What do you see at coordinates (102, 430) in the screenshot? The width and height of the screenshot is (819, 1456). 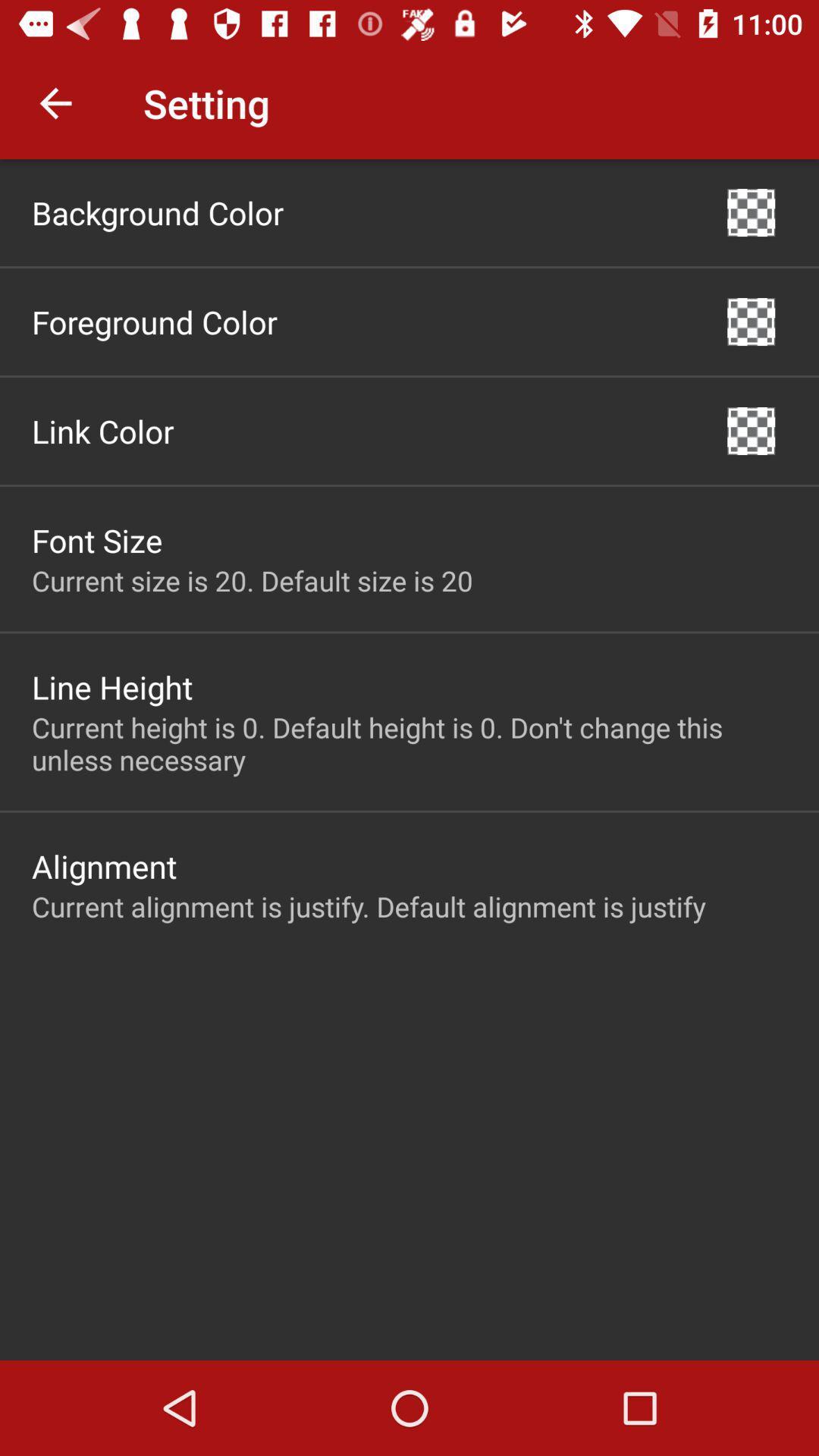 I see `item above font size` at bounding box center [102, 430].